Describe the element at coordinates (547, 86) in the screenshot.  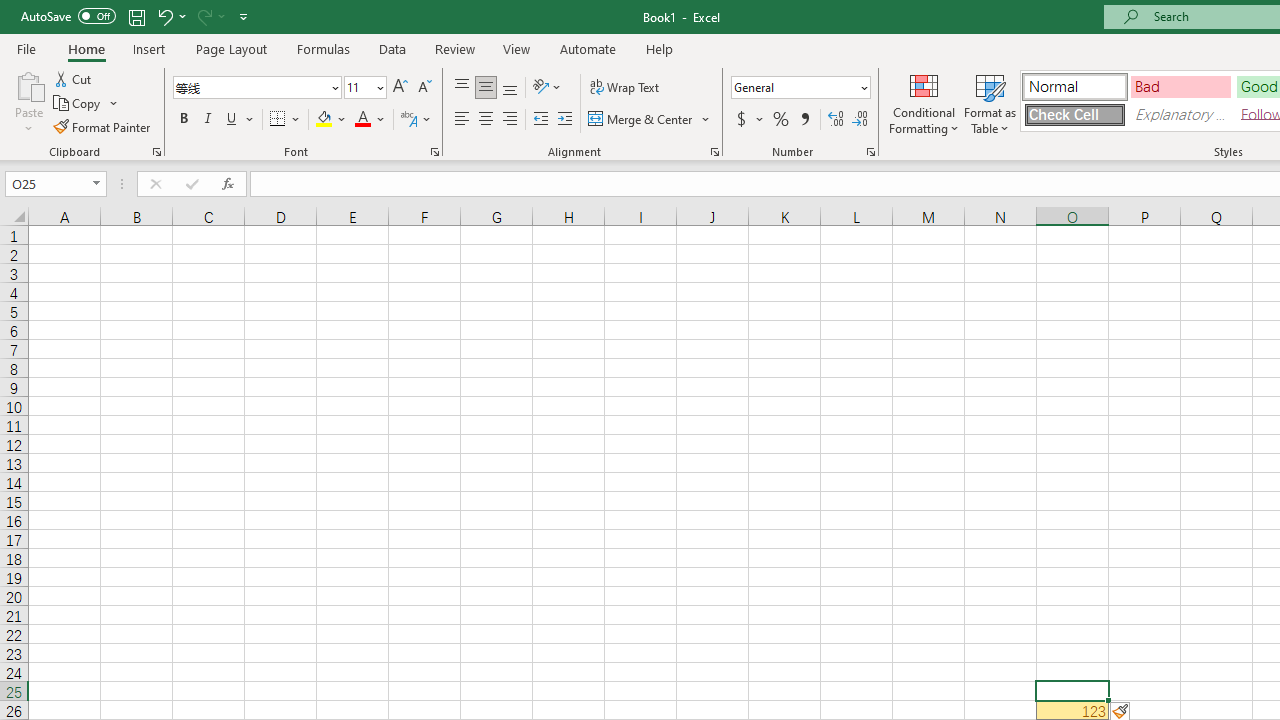
I see `'Orientation'` at that location.